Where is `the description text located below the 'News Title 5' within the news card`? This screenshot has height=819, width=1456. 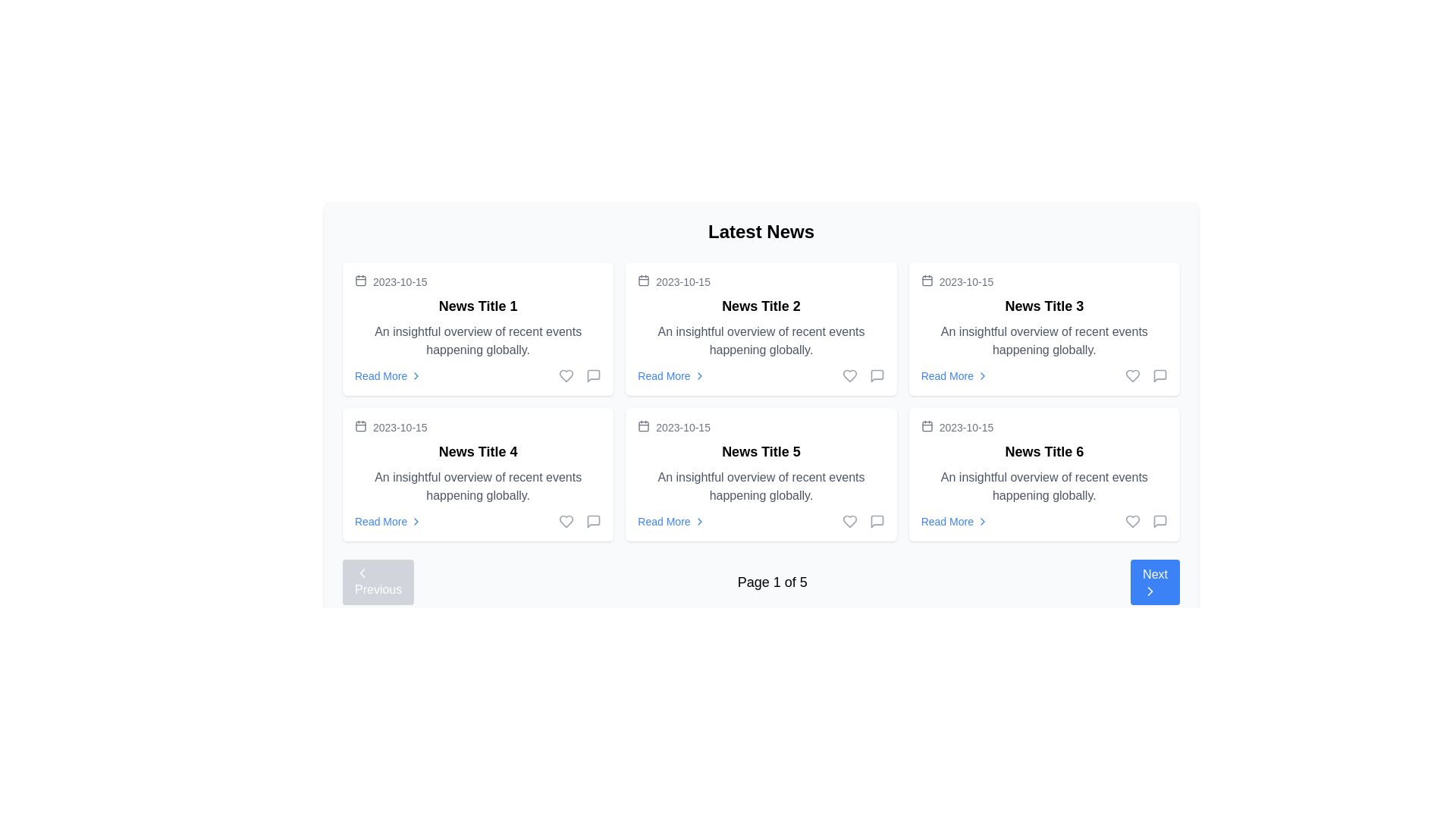 the description text located below the 'News Title 5' within the news card is located at coordinates (761, 486).